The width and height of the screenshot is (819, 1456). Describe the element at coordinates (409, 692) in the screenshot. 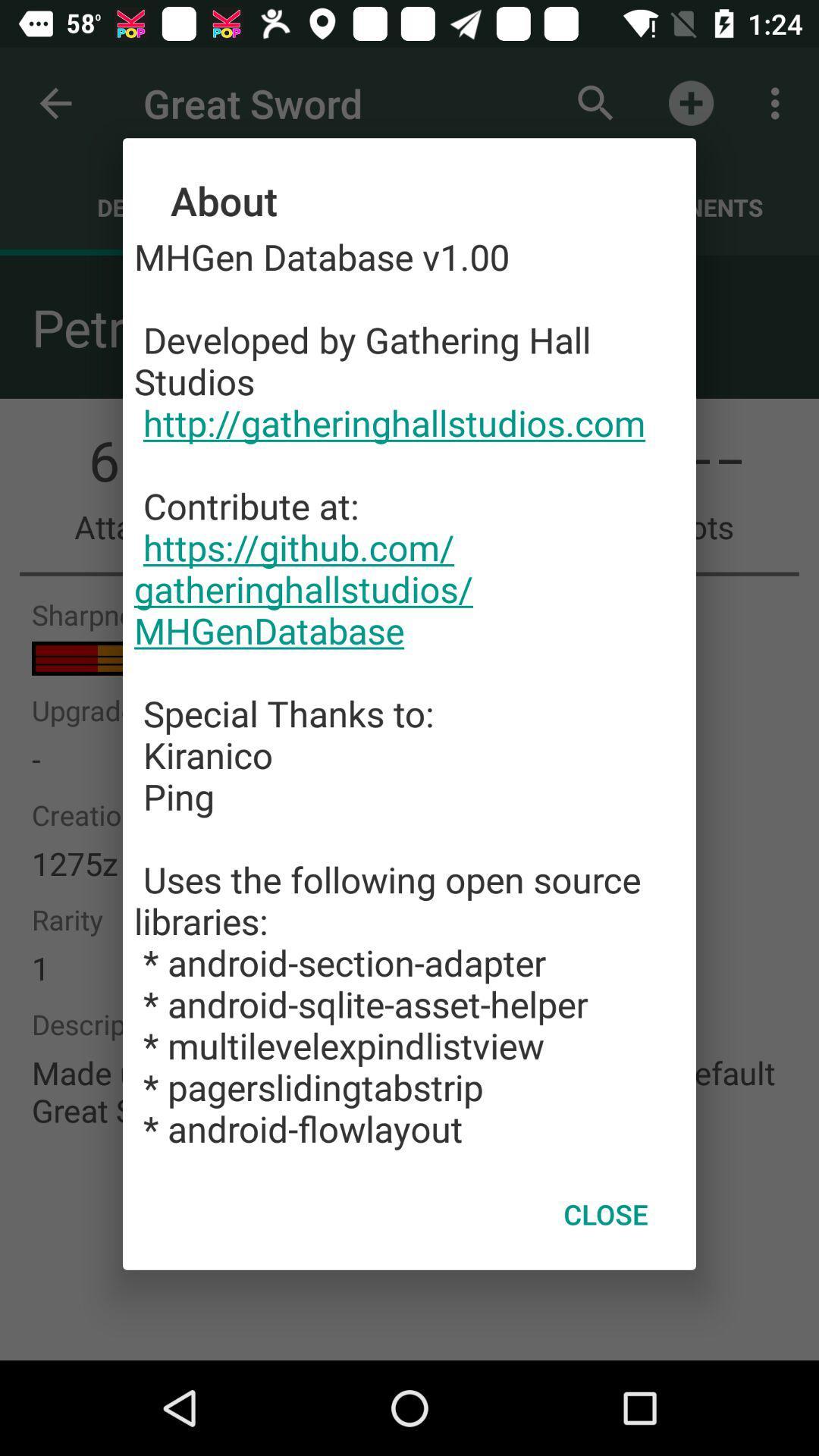

I see `the item above the close` at that location.